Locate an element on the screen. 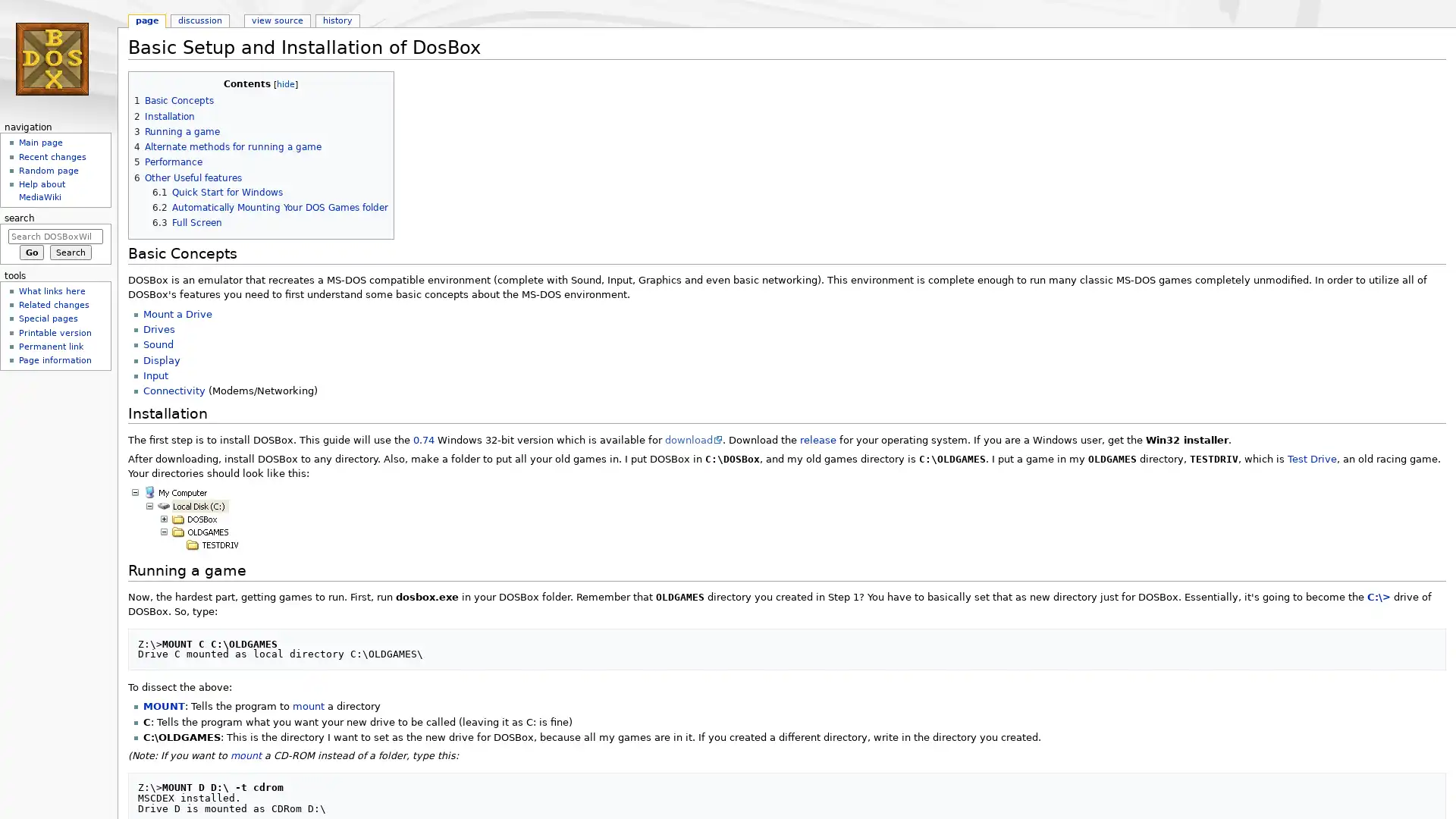  Search is located at coordinates (70, 251).